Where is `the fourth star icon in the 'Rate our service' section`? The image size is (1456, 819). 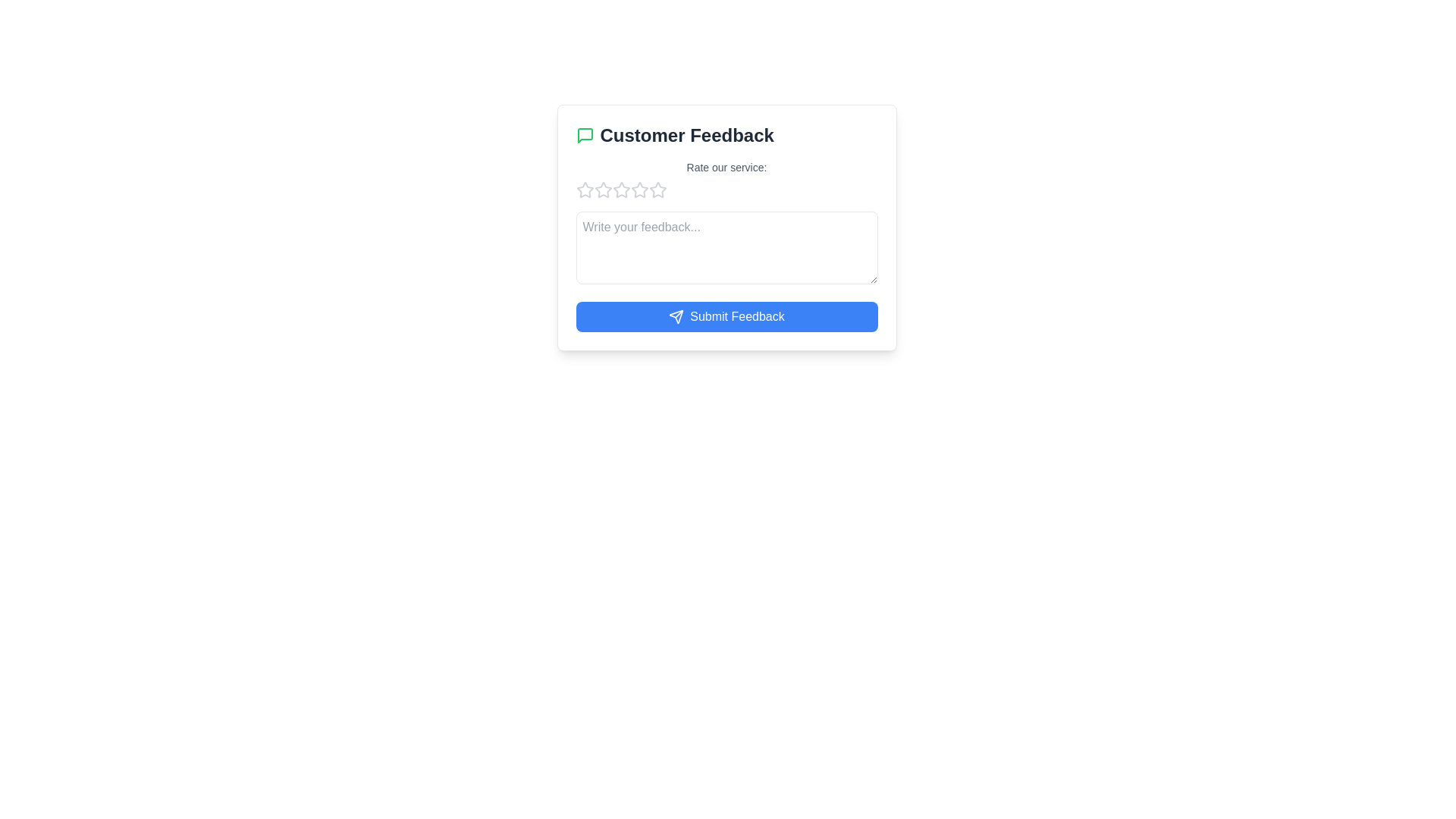
the fourth star icon in the 'Rate our service' section is located at coordinates (621, 189).